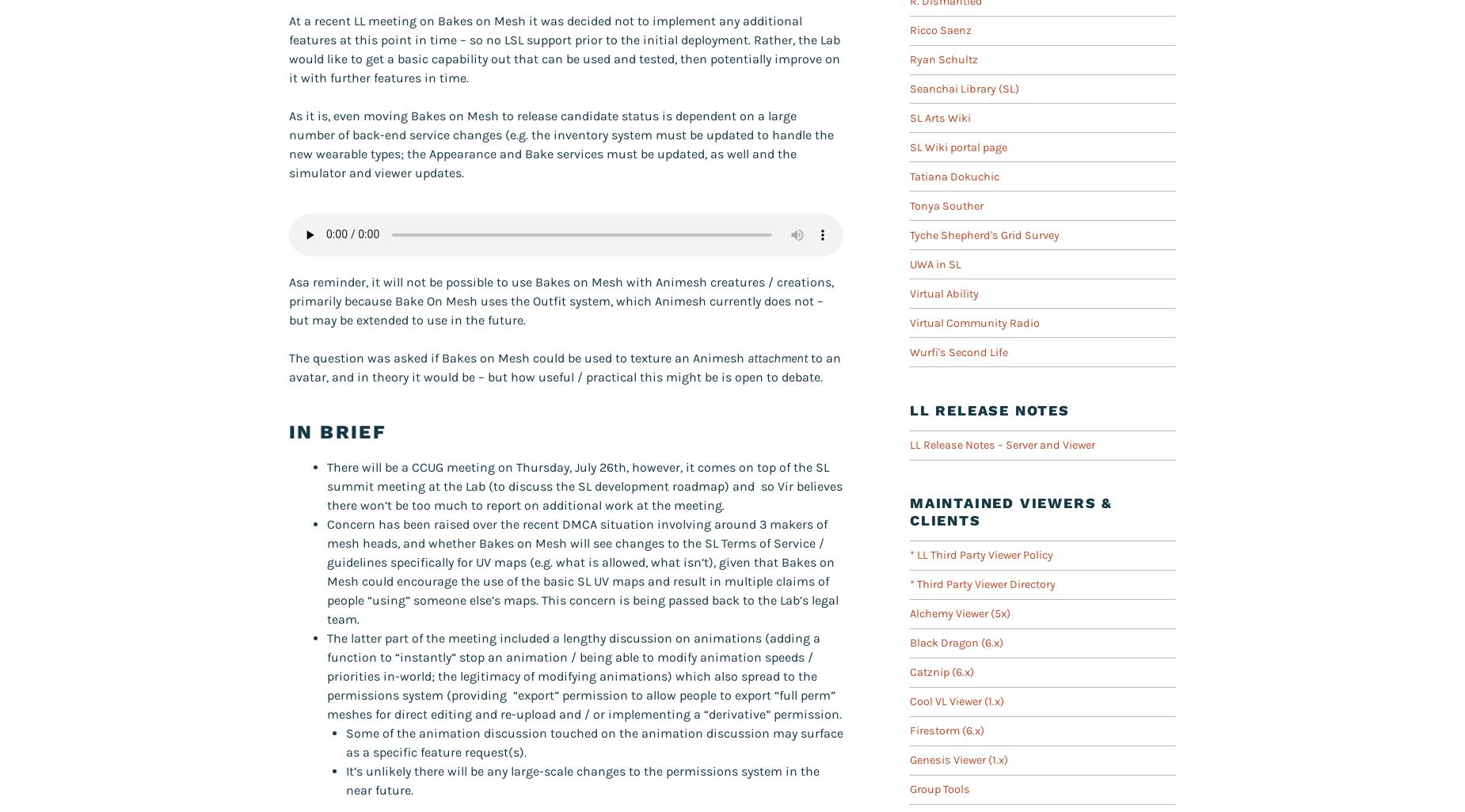 The height and width of the screenshot is (812, 1465). Describe the element at coordinates (941, 672) in the screenshot. I see `'Catznip (6.x)'` at that location.